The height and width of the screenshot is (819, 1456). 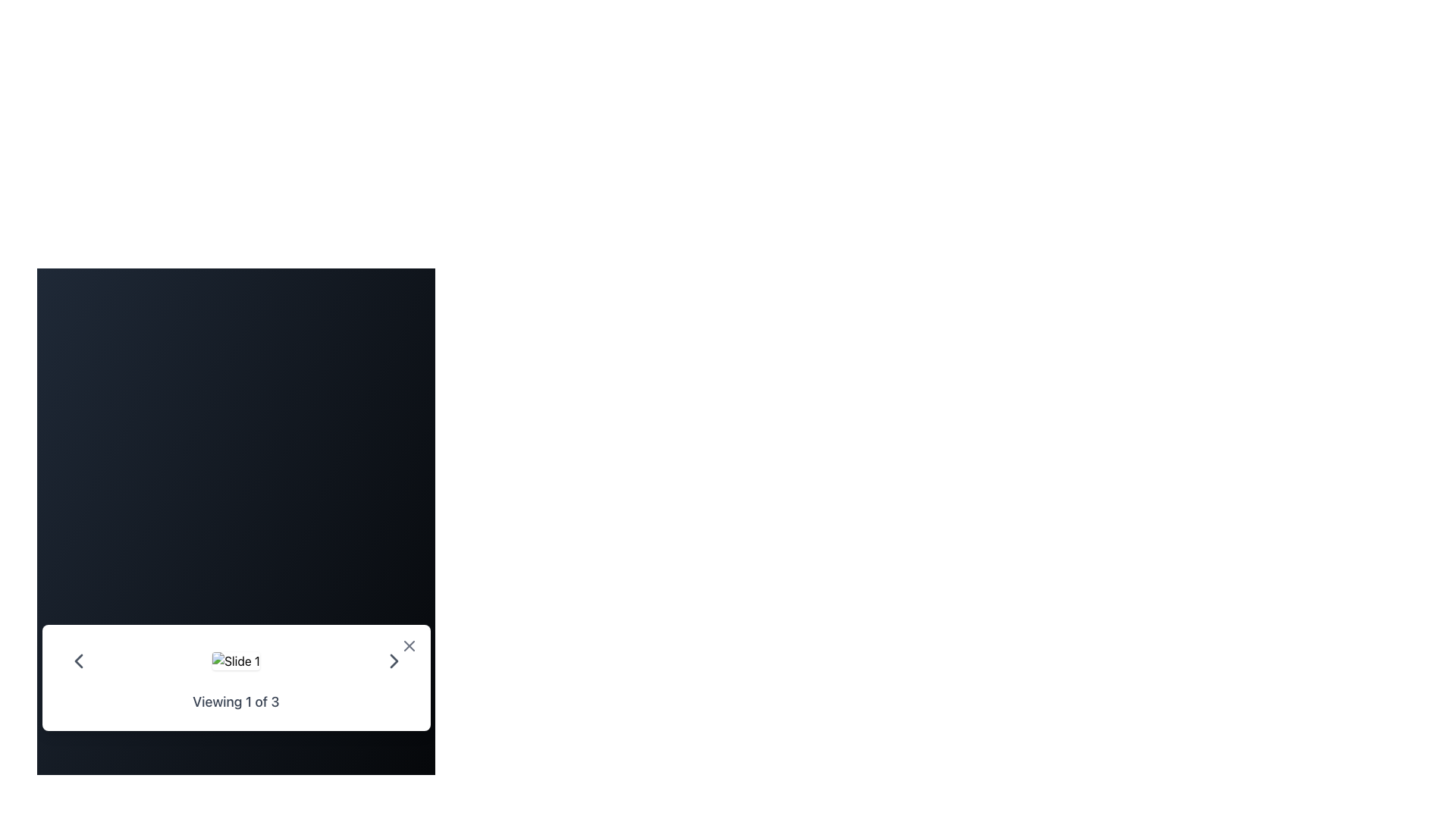 I want to click on the button with a rightward-pointing chevron icon located at the bottom right corner of the modal interface, so click(x=394, y=660).